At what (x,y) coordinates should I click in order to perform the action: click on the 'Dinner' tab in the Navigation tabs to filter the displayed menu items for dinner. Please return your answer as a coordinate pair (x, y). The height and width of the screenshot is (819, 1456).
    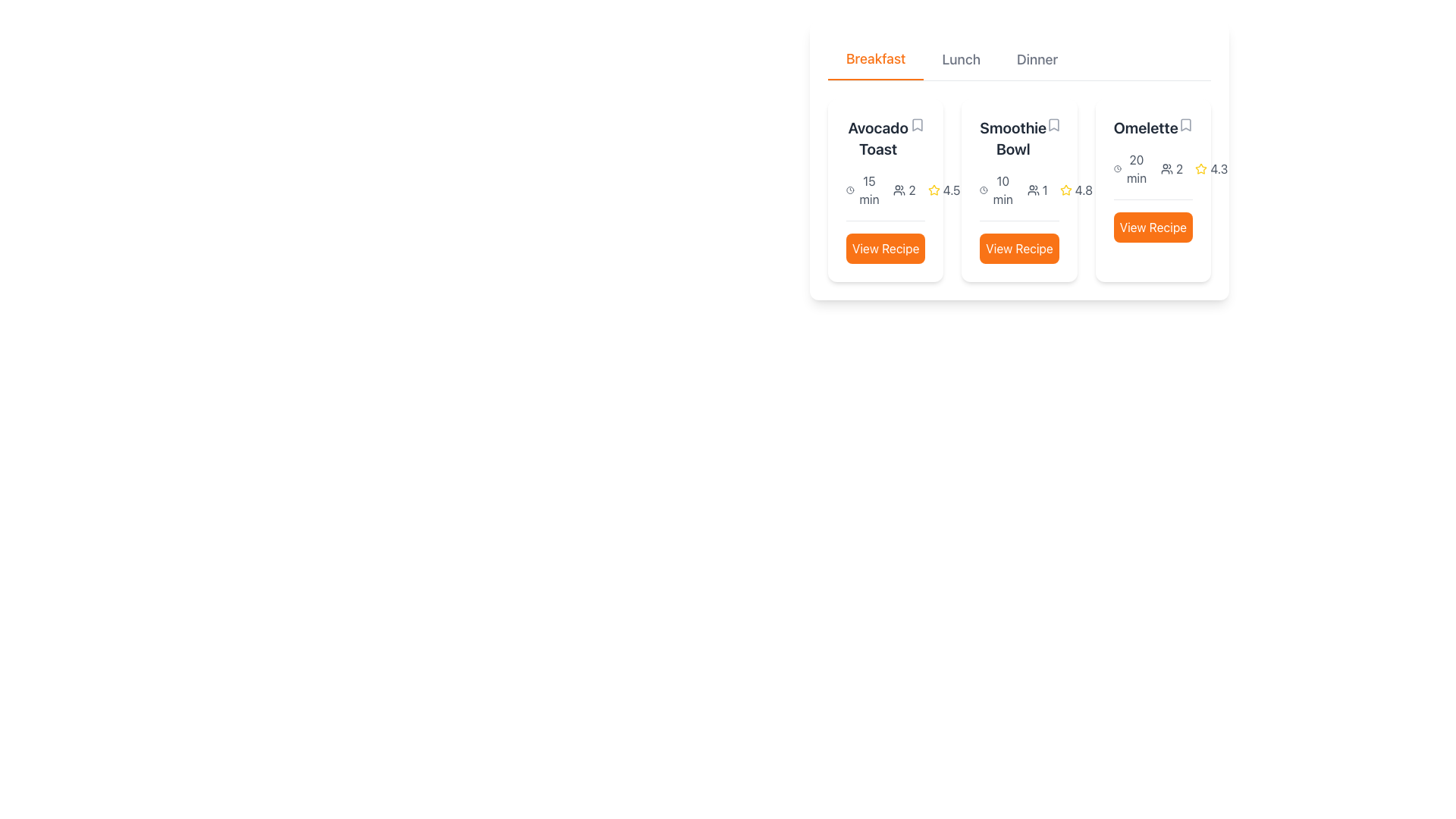
    Looking at the image, I should click on (1019, 59).